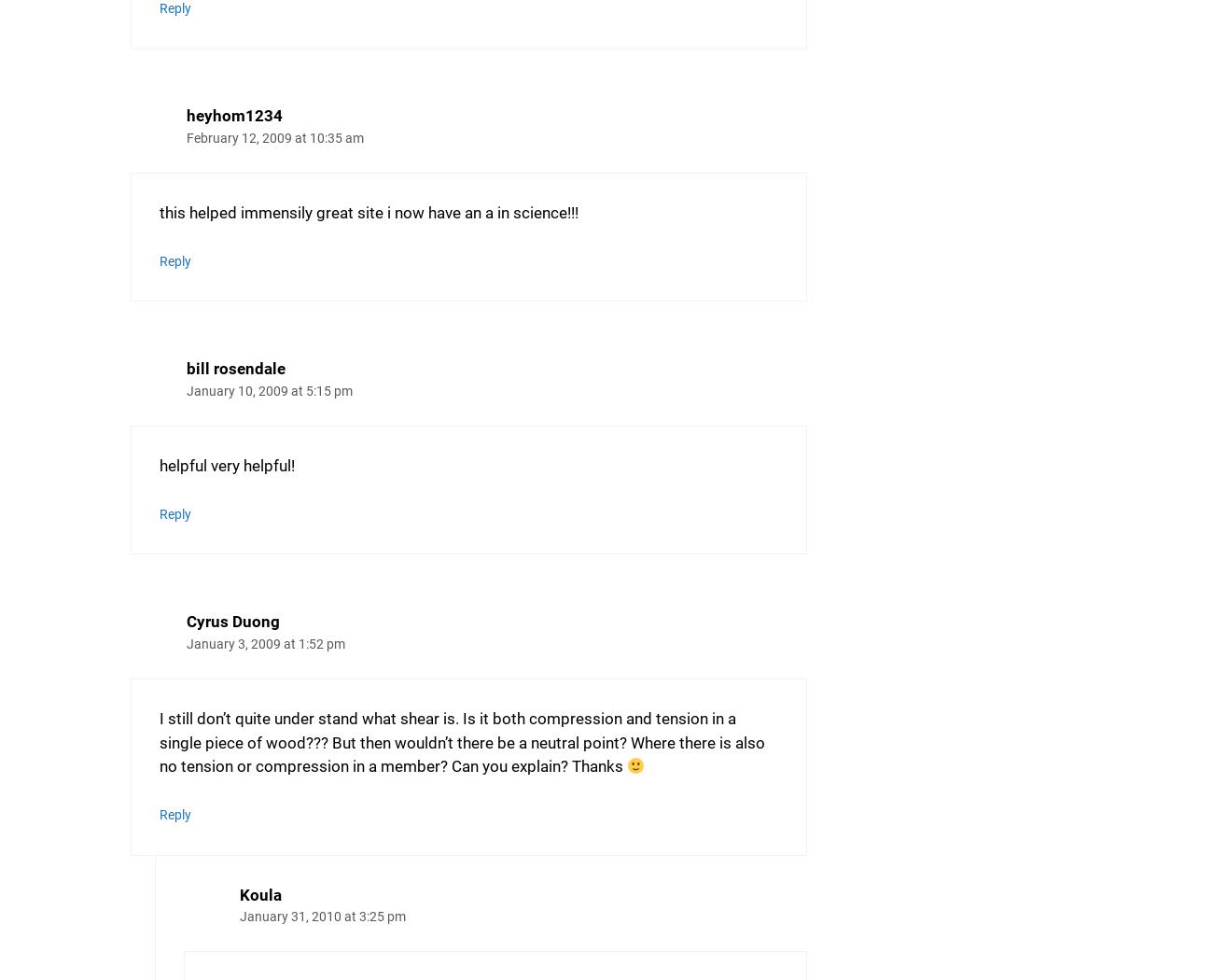  I want to click on 'I still don’t quite under stand what shear is. Is it both compression and tension in a single piece of wood??? But then wouldn’t there be a neutral point? Where there is also no tension or compression in a member? Can you explain? Thanks', so click(159, 741).